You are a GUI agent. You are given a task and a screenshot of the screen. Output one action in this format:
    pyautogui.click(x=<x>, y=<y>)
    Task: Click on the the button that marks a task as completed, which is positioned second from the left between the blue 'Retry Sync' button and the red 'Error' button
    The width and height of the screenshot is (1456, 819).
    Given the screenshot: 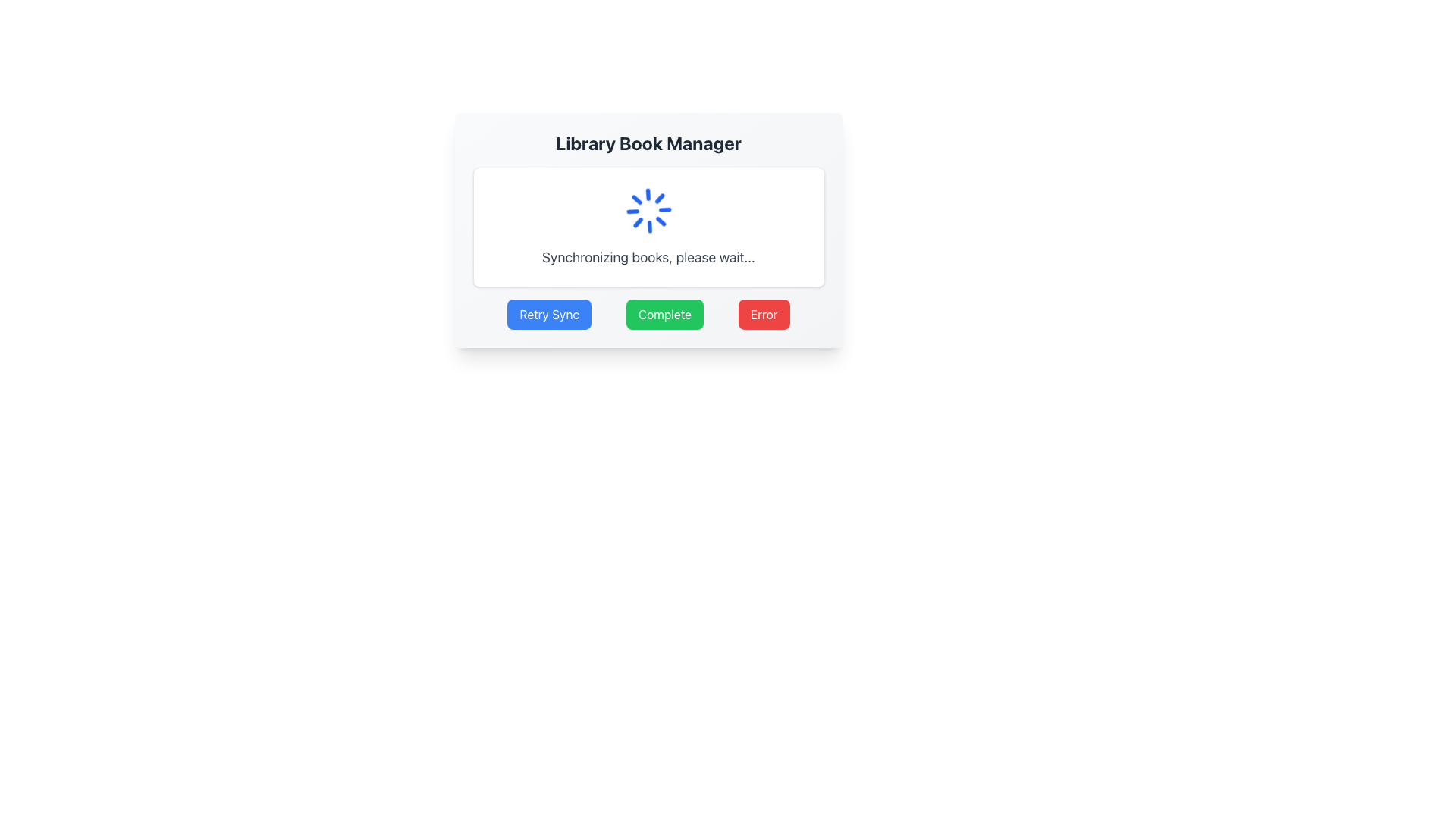 What is the action you would take?
    pyautogui.click(x=664, y=314)
    